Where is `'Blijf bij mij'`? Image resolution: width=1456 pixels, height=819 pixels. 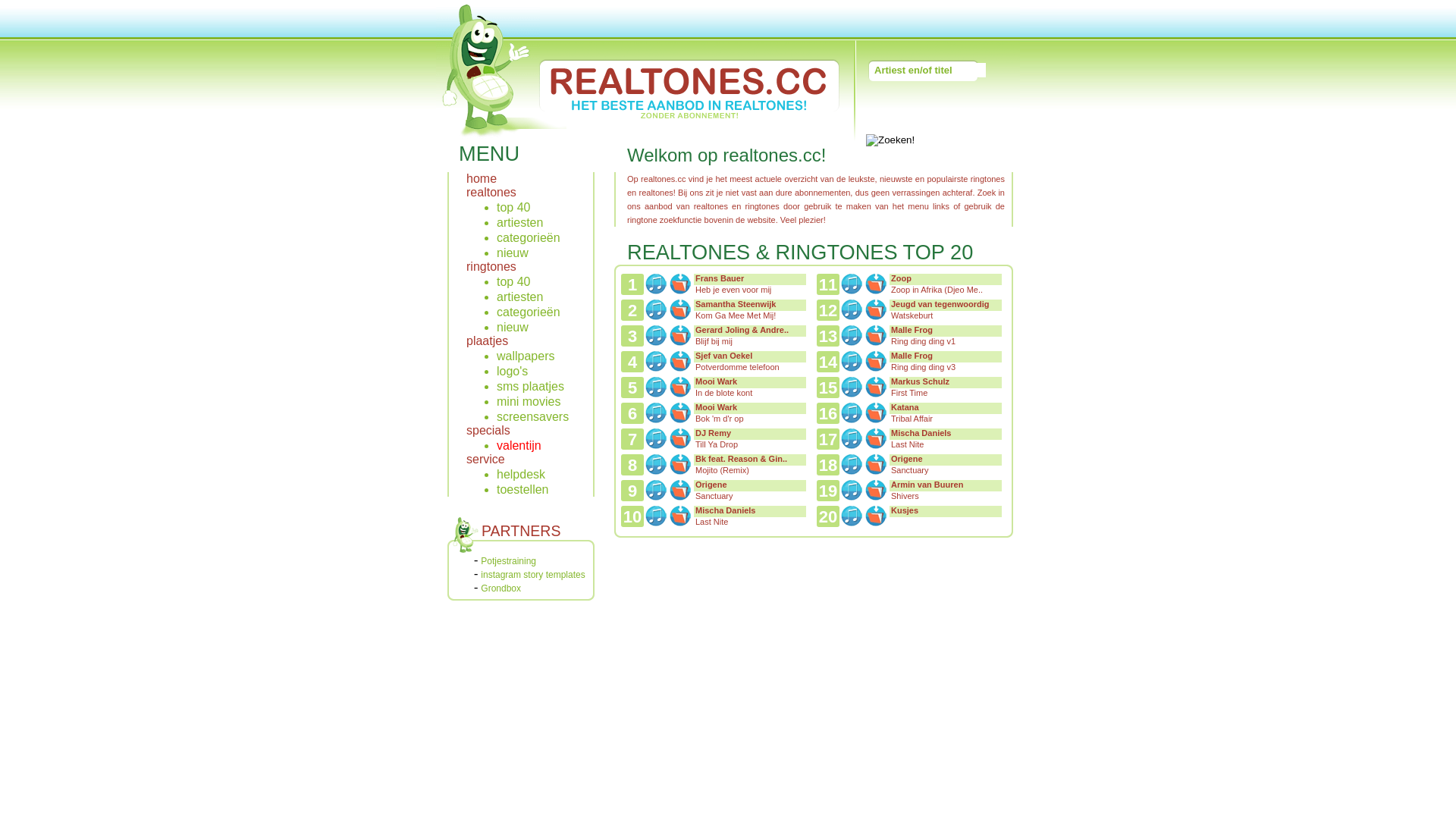
'Blijf bij mij' is located at coordinates (694, 341).